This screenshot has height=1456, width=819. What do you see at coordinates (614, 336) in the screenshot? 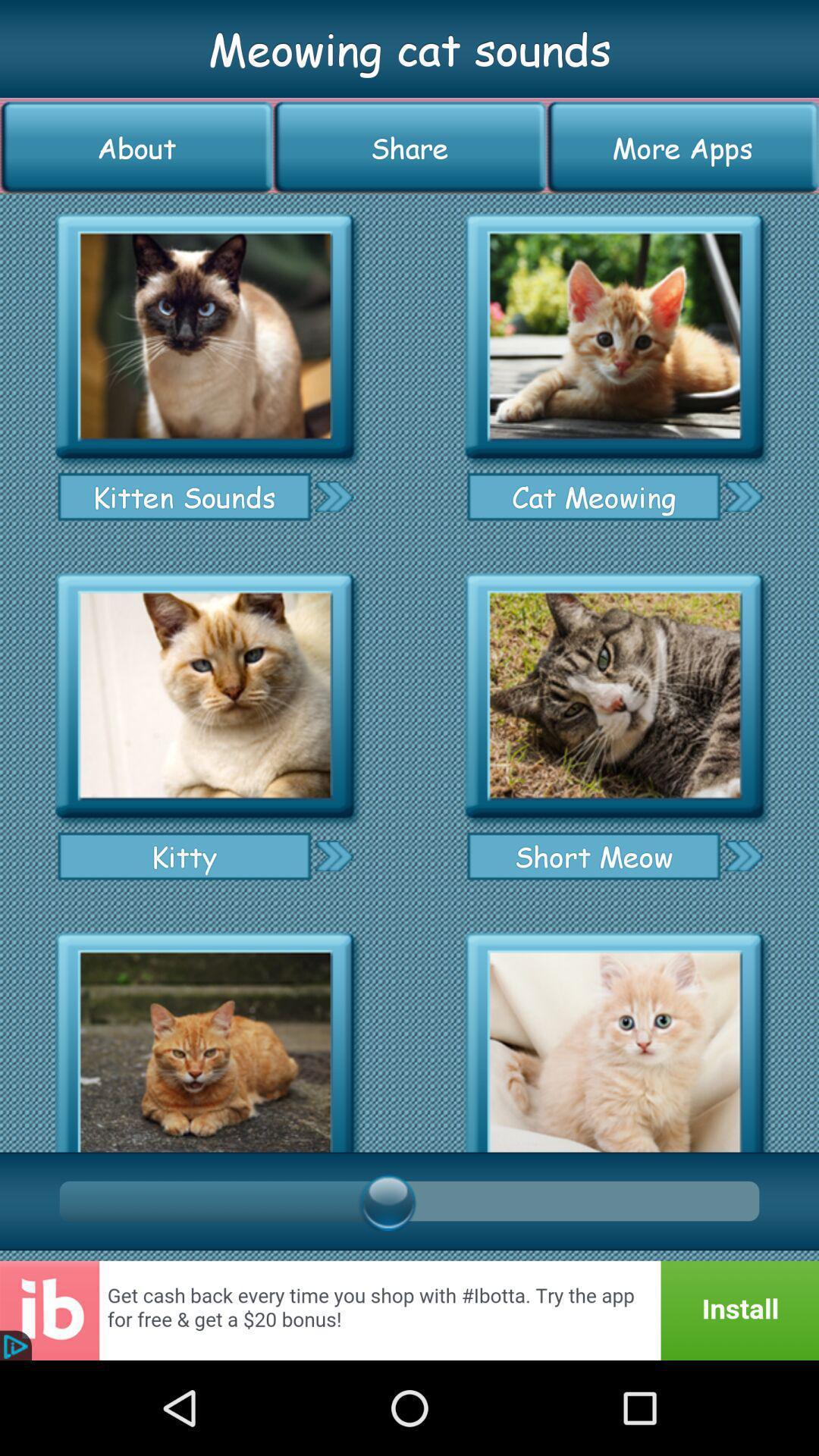
I see `choose meowing cat sounds` at bounding box center [614, 336].